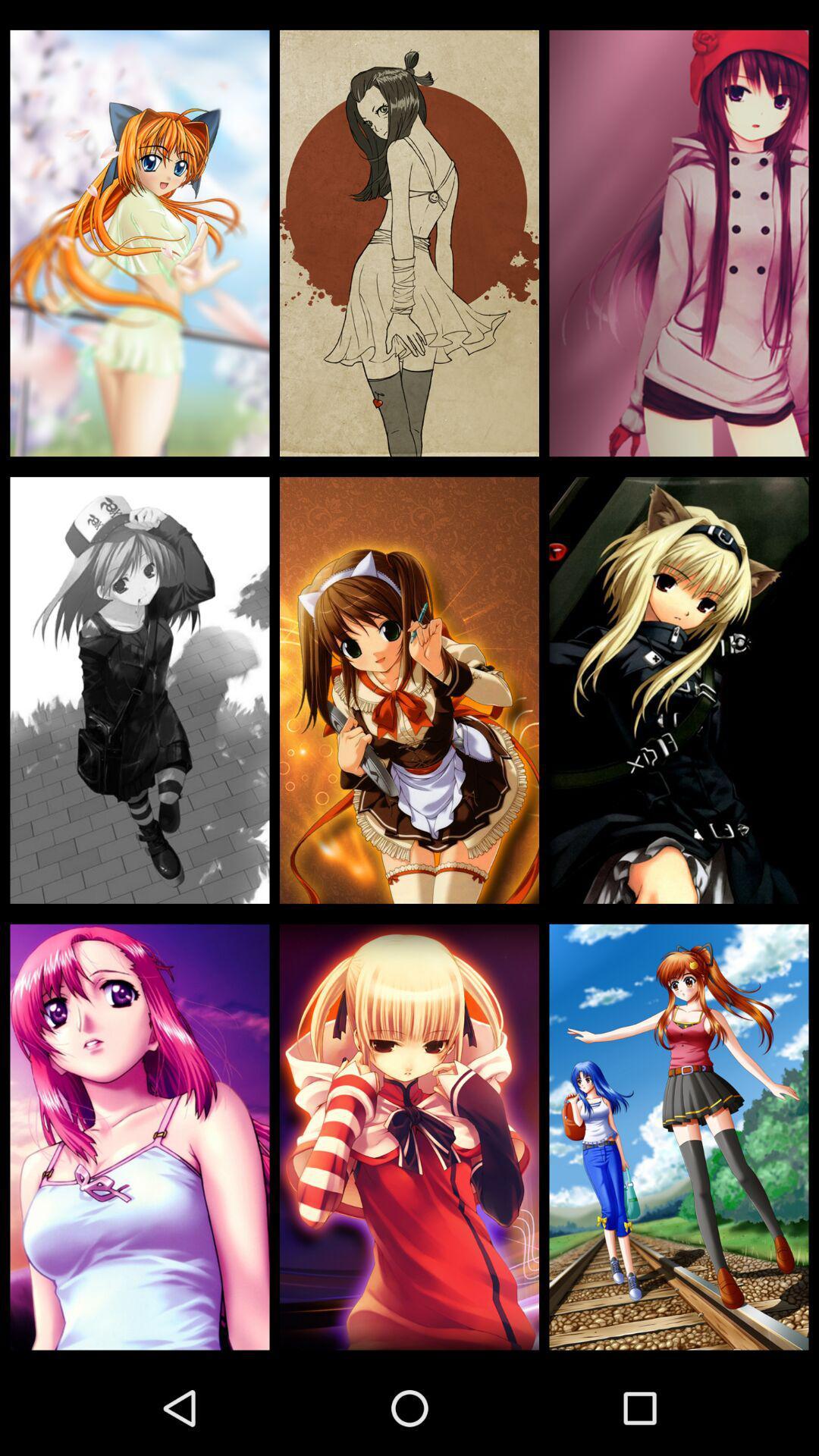 This screenshot has height=1456, width=819. What do you see at coordinates (678, 243) in the screenshot?
I see `the icon at the top right corner` at bounding box center [678, 243].